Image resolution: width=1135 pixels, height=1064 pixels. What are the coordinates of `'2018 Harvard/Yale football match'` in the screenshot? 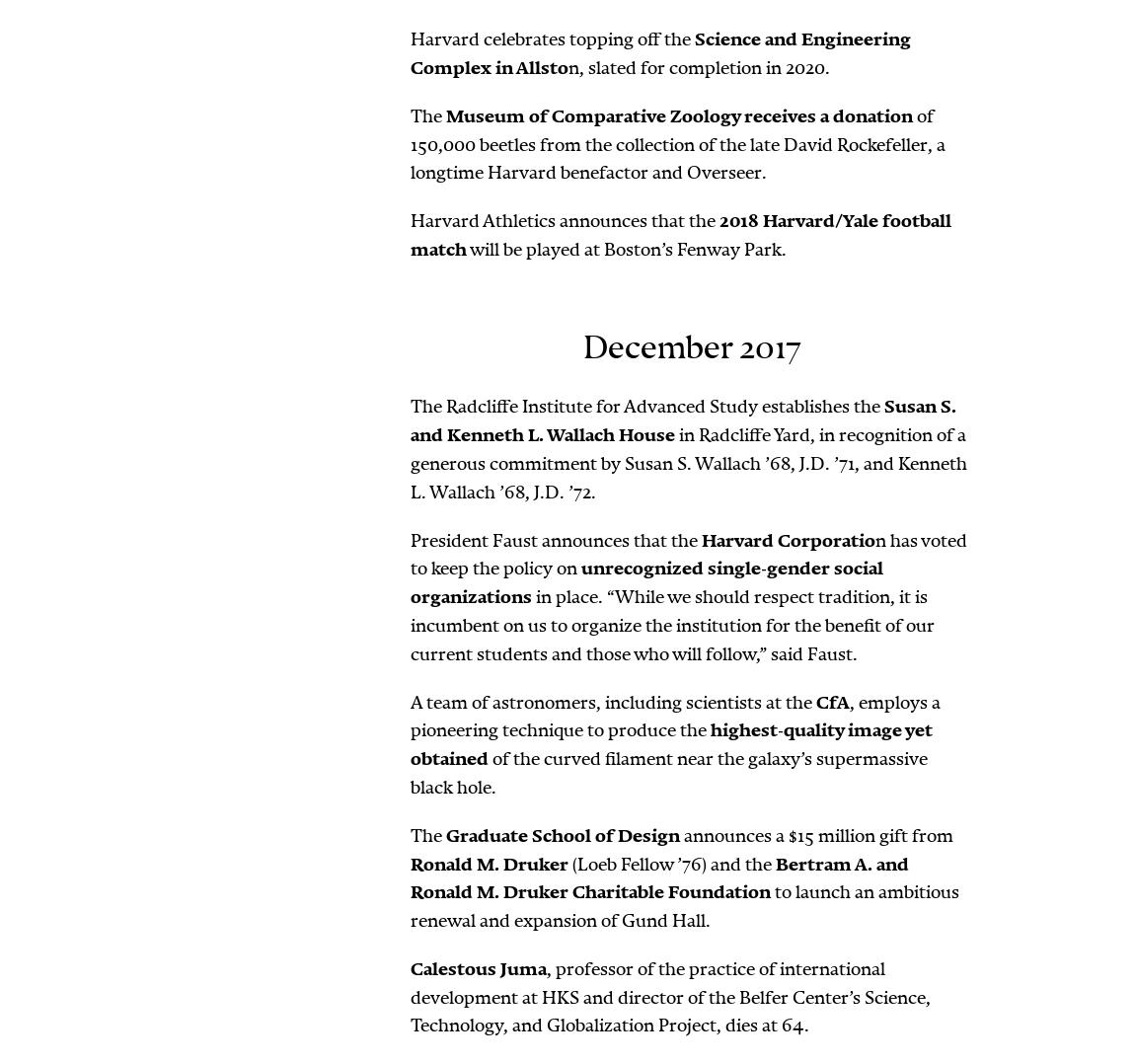 It's located at (680, 234).